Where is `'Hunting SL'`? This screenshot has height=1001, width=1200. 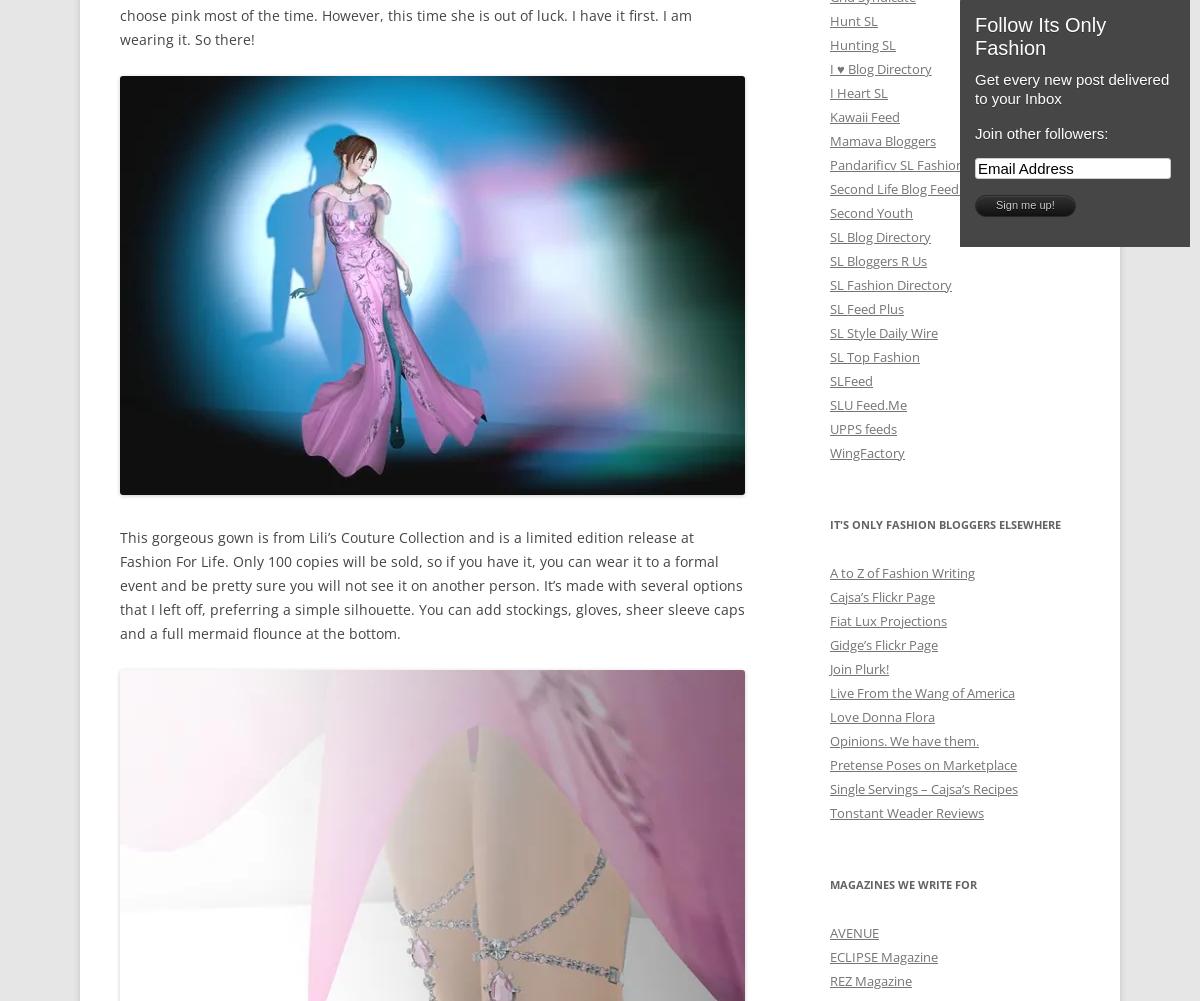
'Hunting SL' is located at coordinates (862, 44).